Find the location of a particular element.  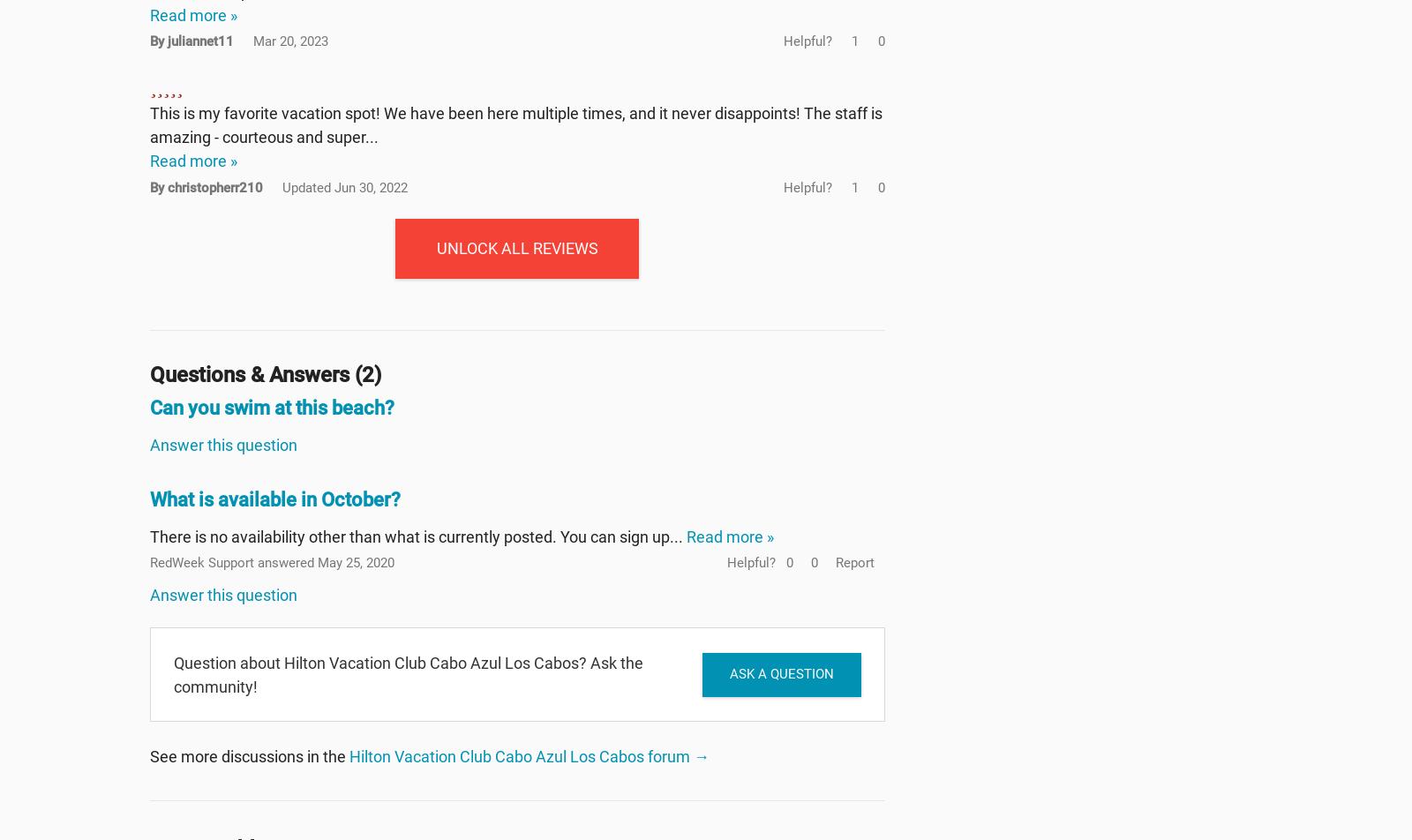

'What is available in October?' is located at coordinates (148, 499).